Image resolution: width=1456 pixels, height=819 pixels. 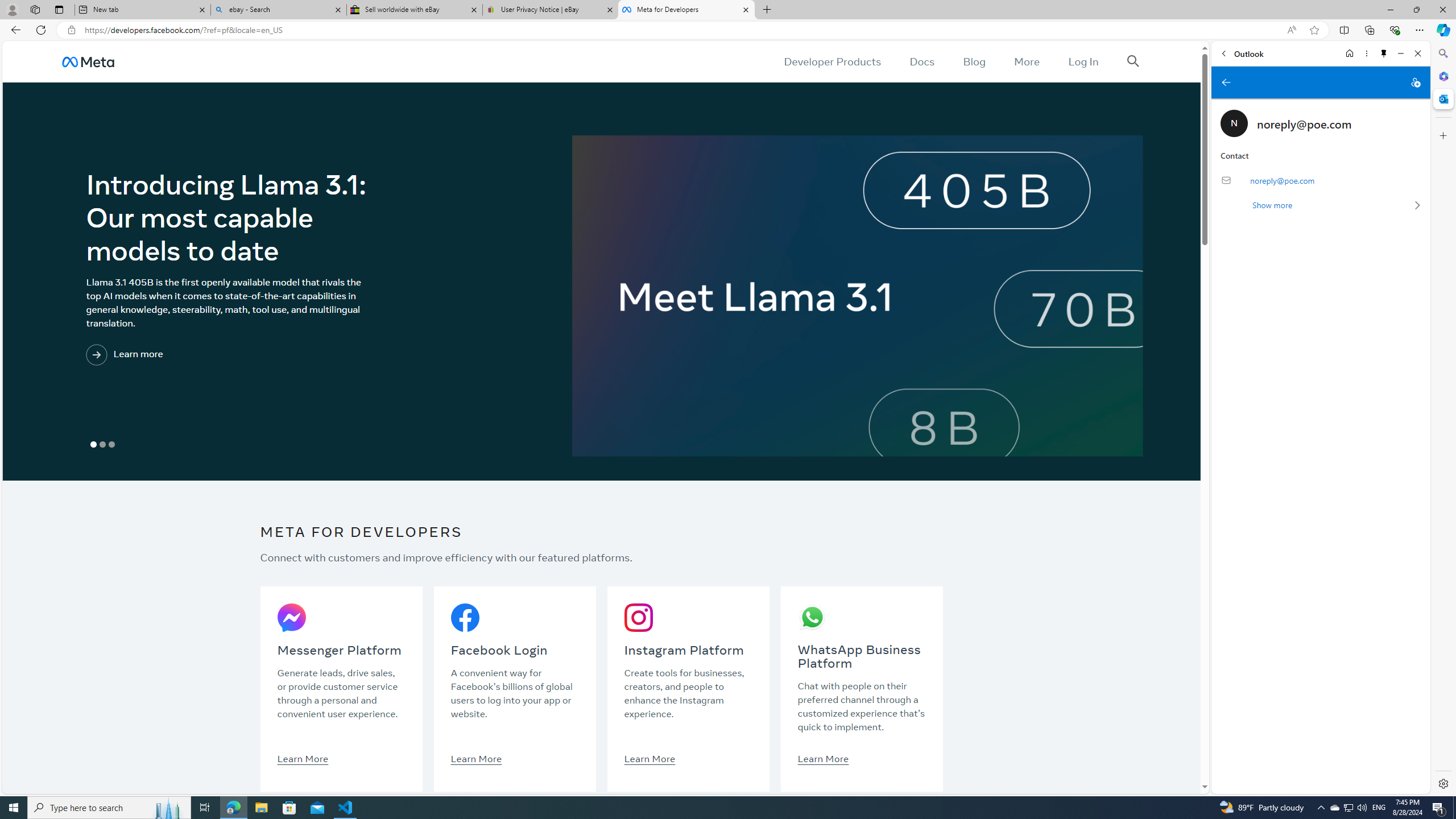 What do you see at coordinates (1384, 53) in the screenshot?
I see `'Unpin side pane'` at bounding box center [1384, 53].